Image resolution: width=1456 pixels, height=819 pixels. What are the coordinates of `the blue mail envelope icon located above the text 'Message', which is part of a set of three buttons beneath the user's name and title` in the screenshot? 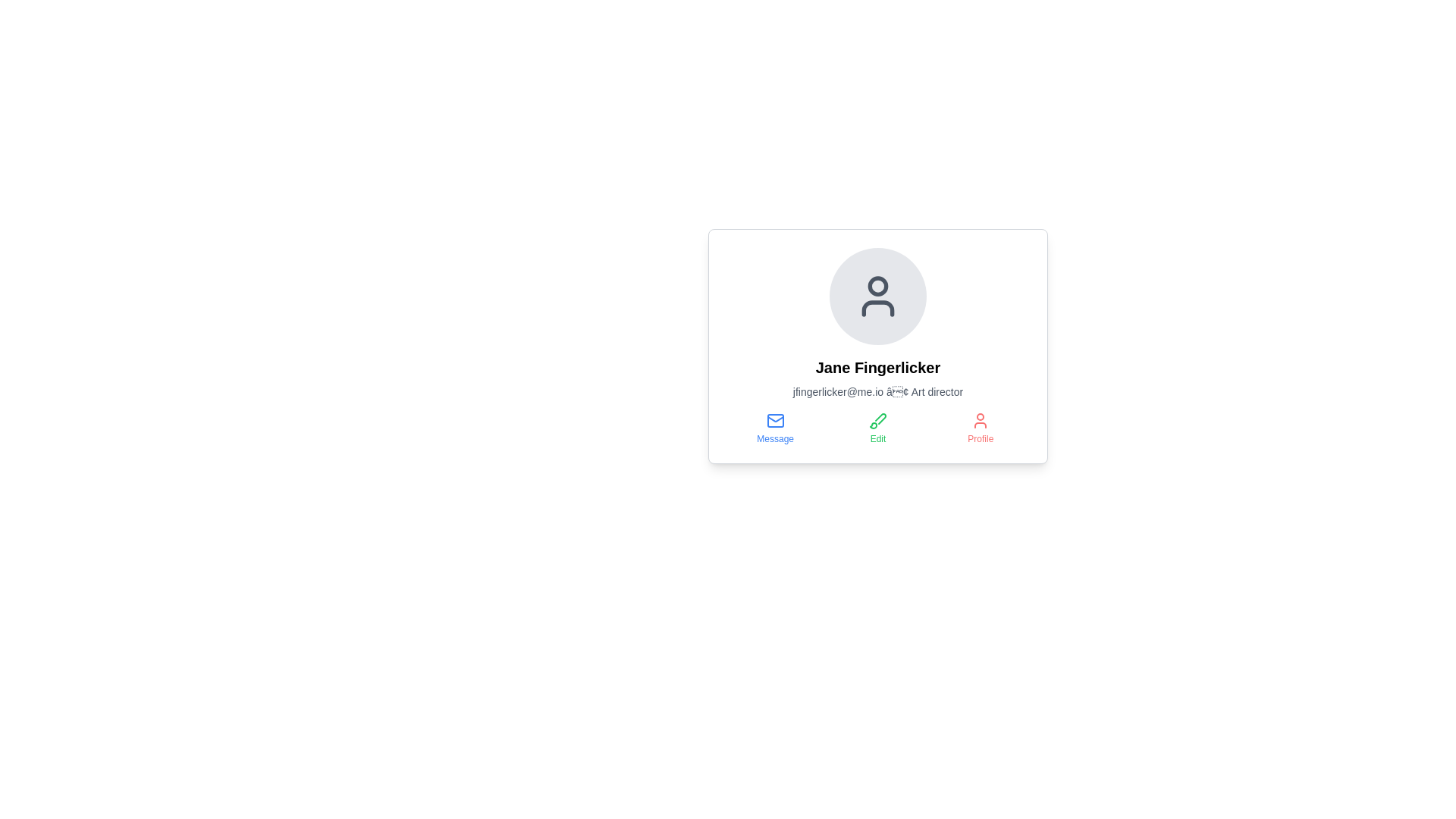 It's located at (775, 421).